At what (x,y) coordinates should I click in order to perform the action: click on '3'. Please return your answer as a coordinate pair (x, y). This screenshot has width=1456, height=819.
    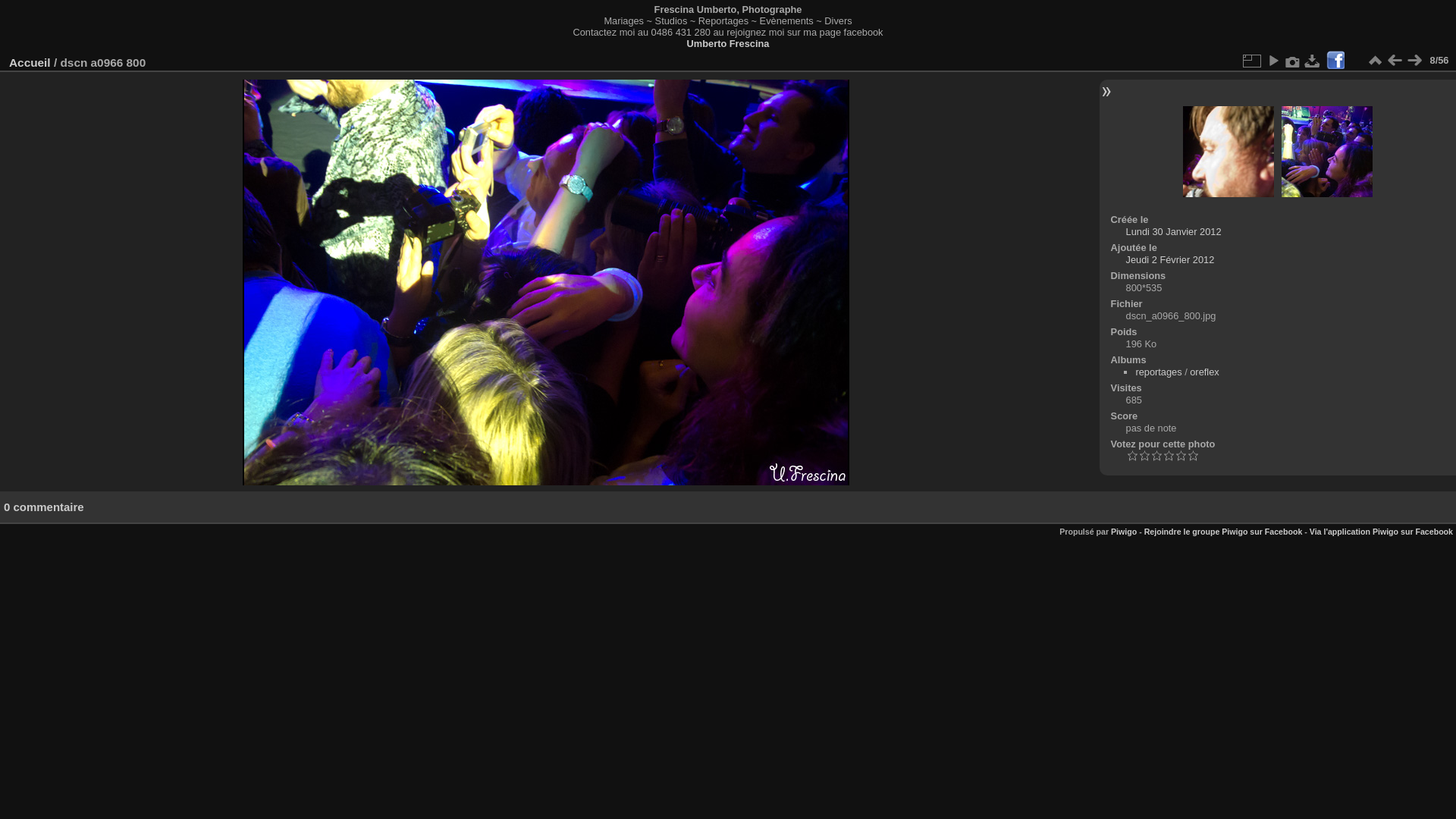
    Looking at the image, I should click on (1167, 455).